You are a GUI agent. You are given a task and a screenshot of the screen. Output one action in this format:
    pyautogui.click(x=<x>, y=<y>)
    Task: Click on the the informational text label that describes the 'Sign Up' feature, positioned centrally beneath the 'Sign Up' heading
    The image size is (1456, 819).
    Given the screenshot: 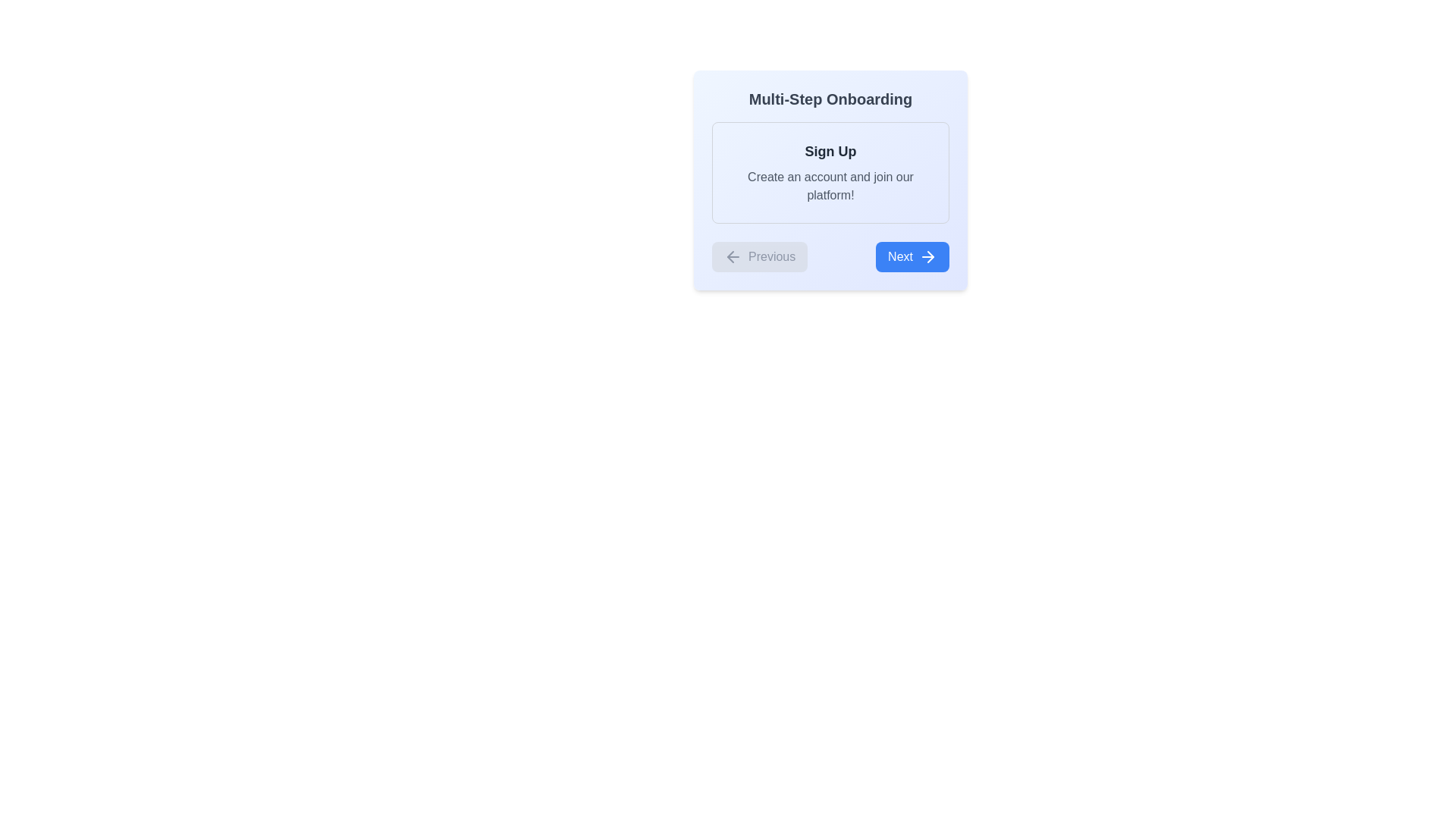 What is the action you would take?
    pyautogui.click(x=830, y=186)
    